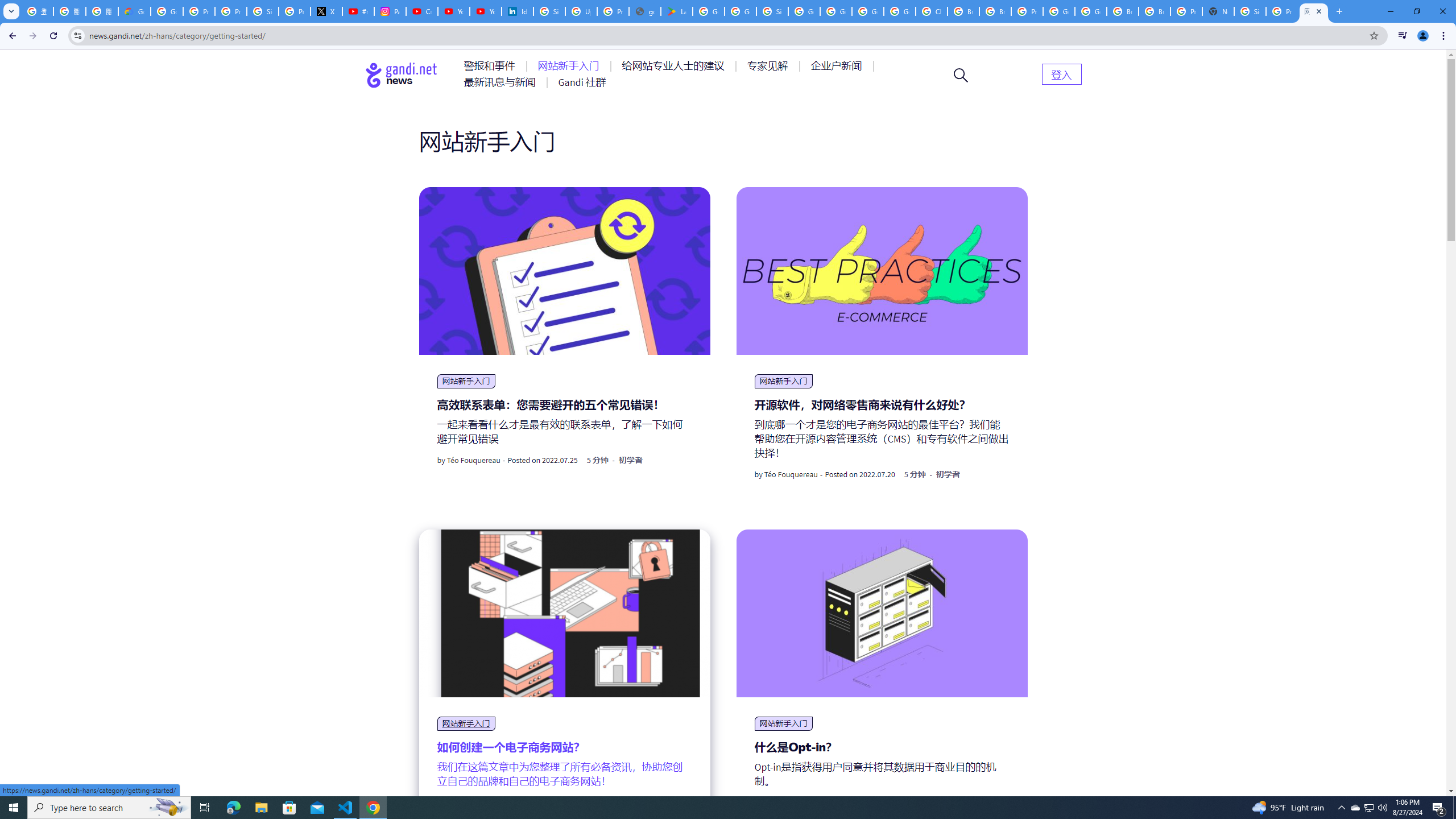 The image size is (1456, 819). Describe the element at coordinates (676, 11) in the screenshot. I see `'Last Shelter: Survival - Apps on Google Play'` at that location.